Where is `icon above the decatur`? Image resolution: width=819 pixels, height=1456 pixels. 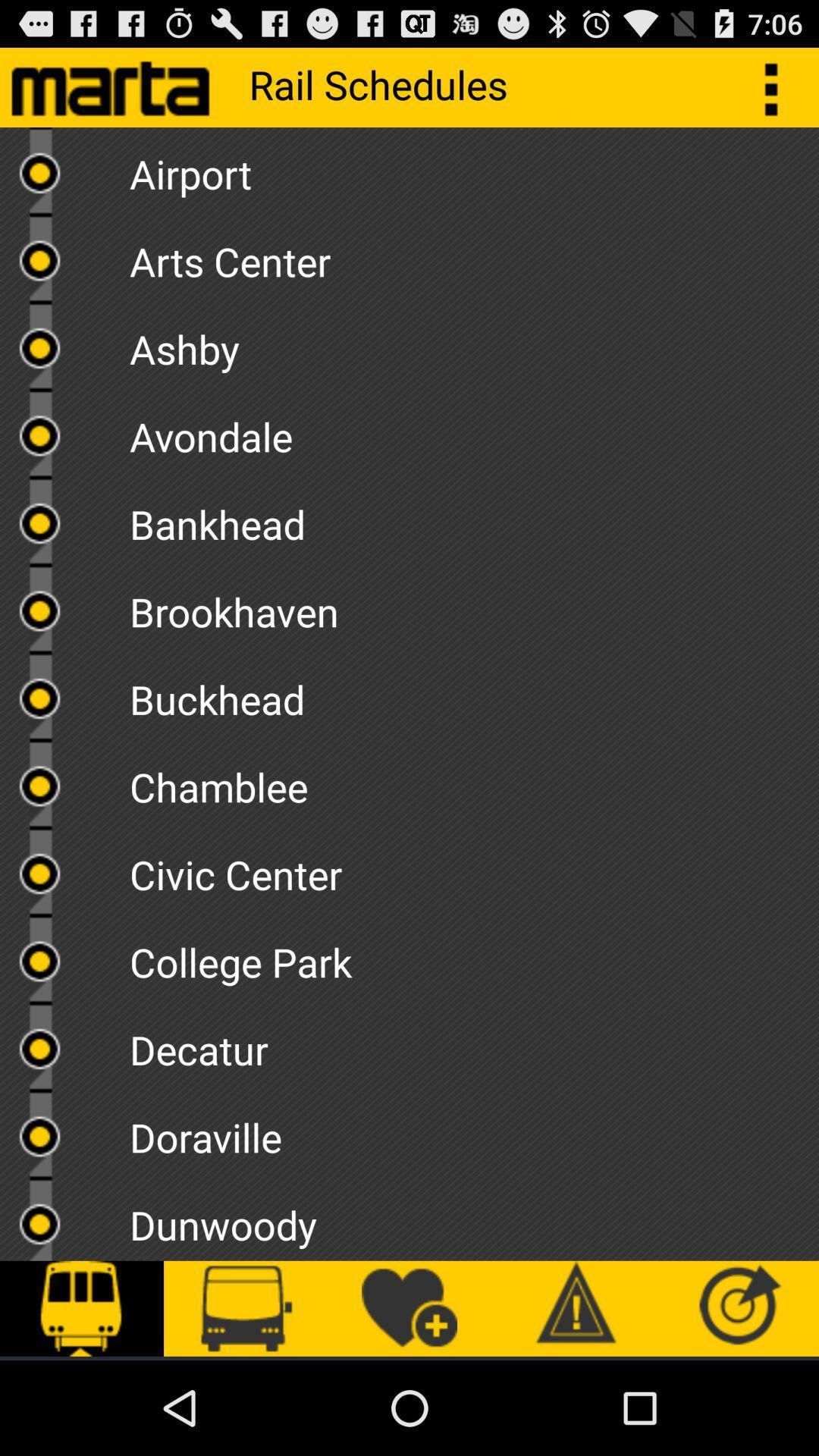
icon above the decatur is located at coordinates (473, 956).